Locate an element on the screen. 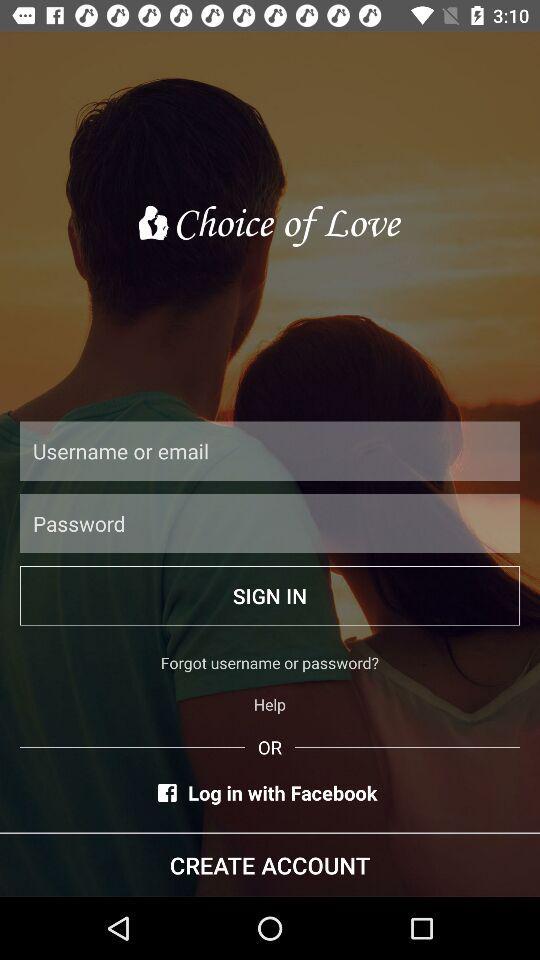  type your email is located at coordinates (270, 451).